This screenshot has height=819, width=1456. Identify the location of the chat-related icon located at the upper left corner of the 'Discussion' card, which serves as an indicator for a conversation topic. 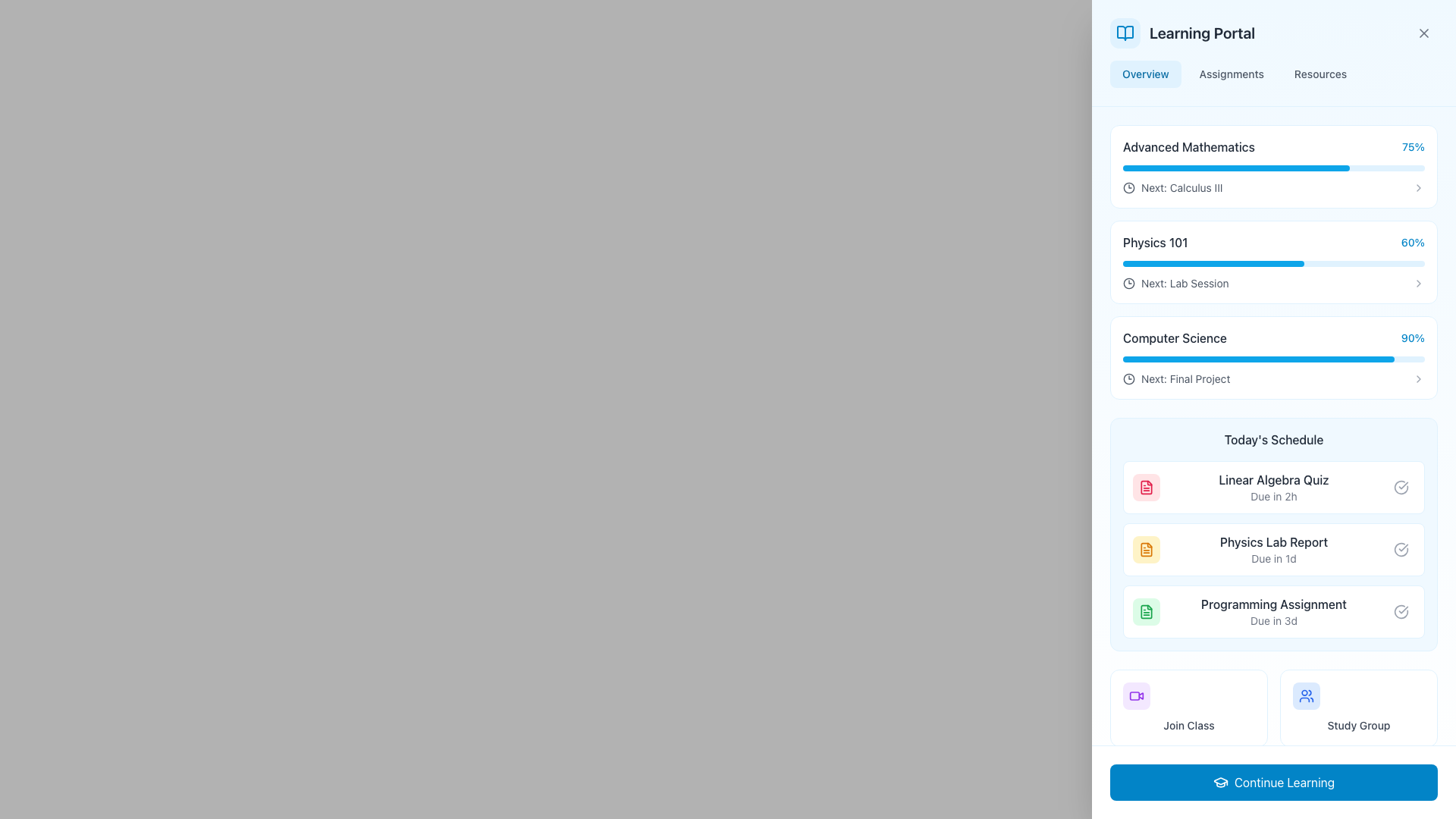
(1136, 785).